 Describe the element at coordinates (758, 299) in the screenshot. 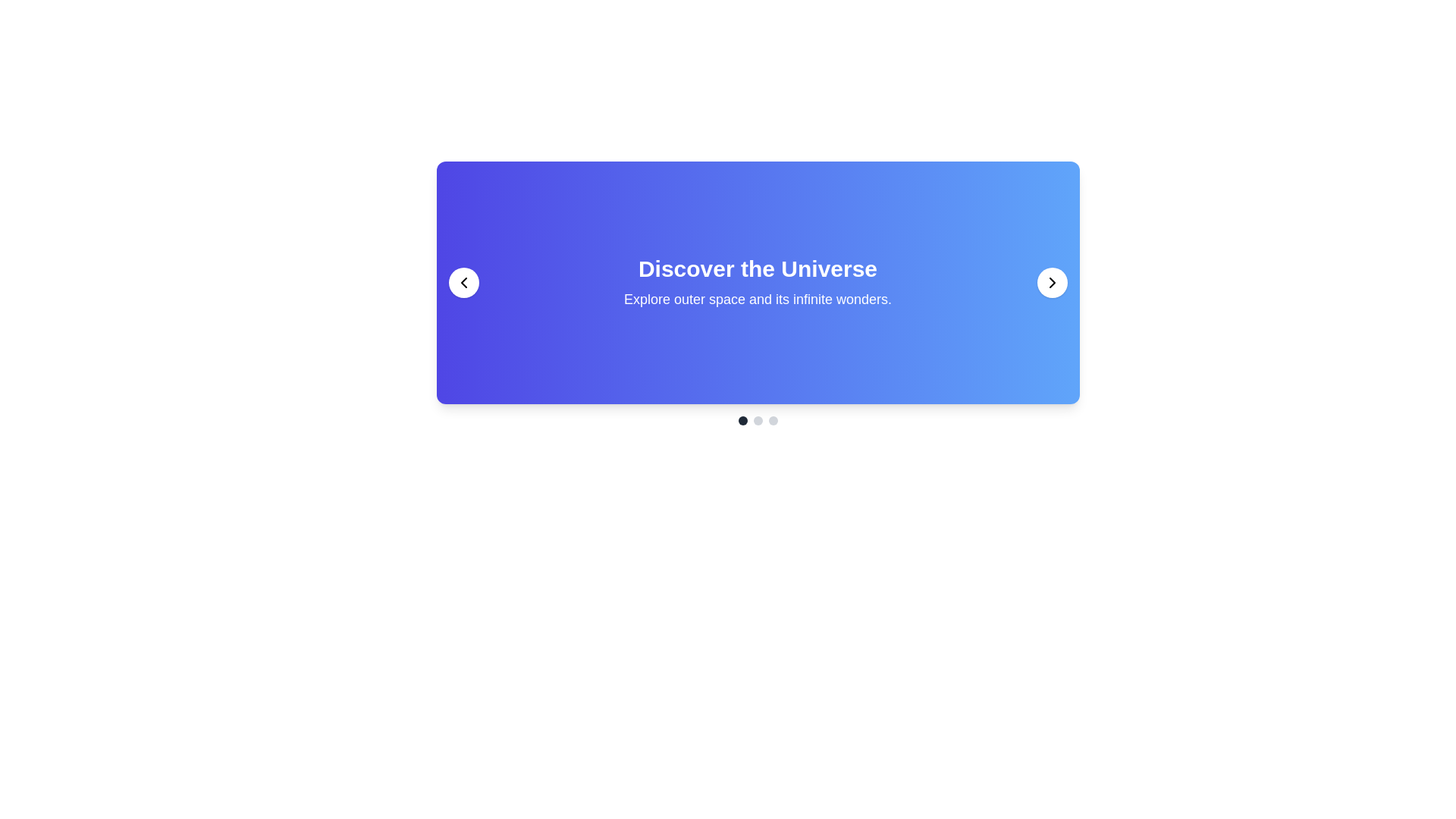

I see `text displayed in the Text Display element that contains 'Explore outer space and its infinite wonders.' positioned below the headline 'Discover the Universe.'` at that location.